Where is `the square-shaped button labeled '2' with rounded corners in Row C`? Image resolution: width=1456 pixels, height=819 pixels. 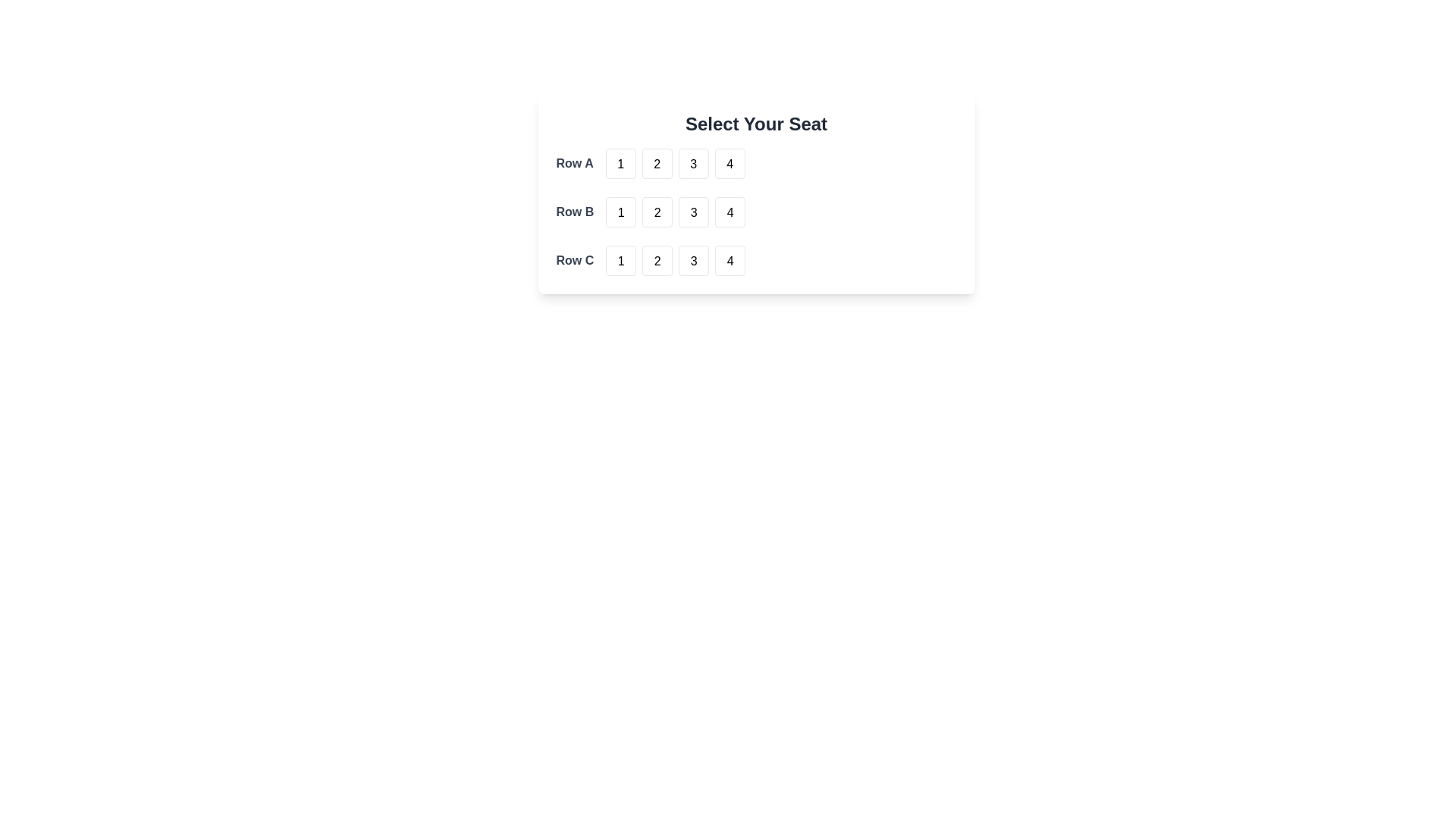
the square-shaped button labeled '2' with rounded corners in Row C is located at coordinates (657, 259).